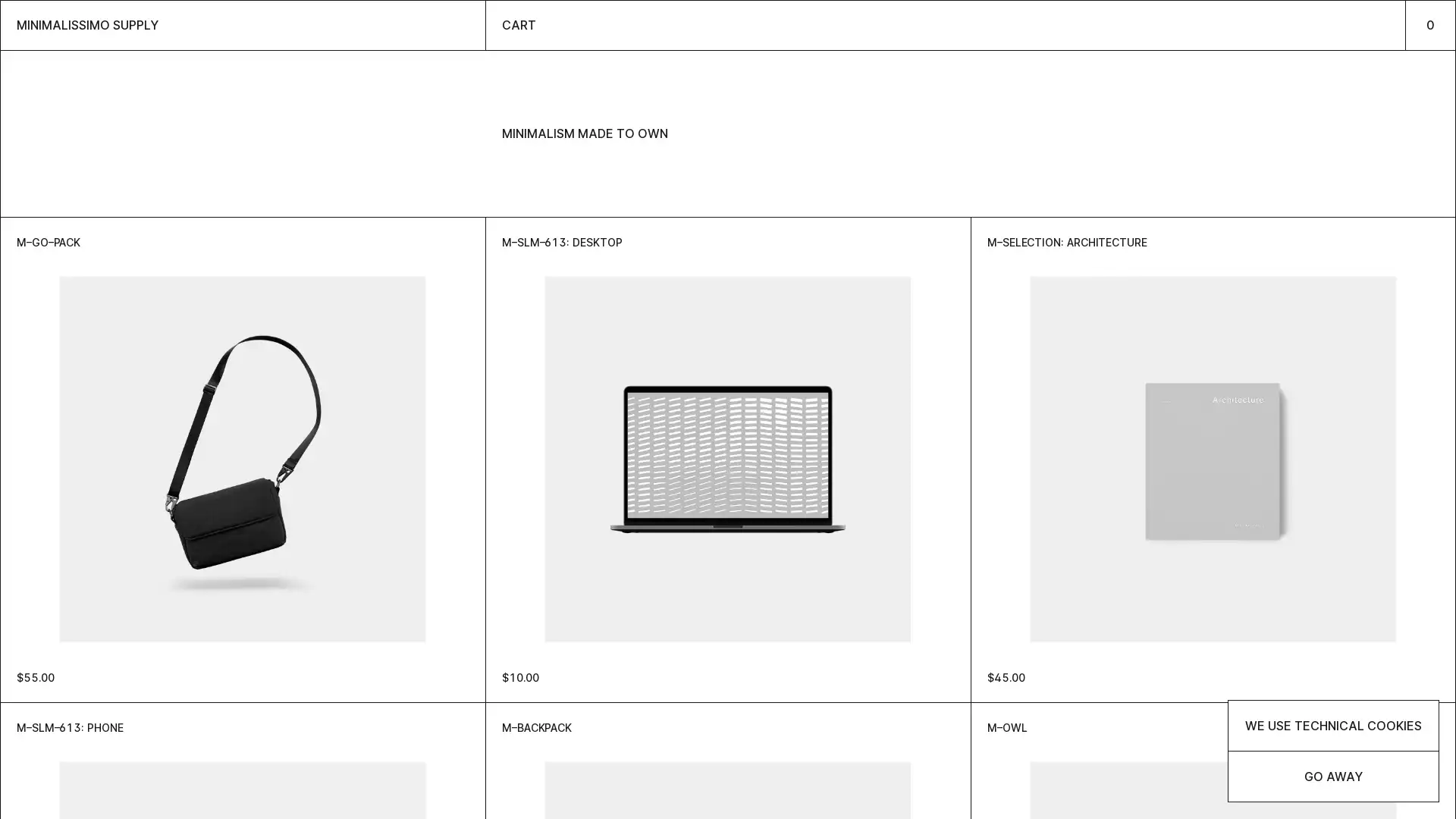 The height and width of the screenshot is (819, 1456). Describe the element at coordinates (1332, 776) in the screenshot. I see `GO AWAY` at that location.